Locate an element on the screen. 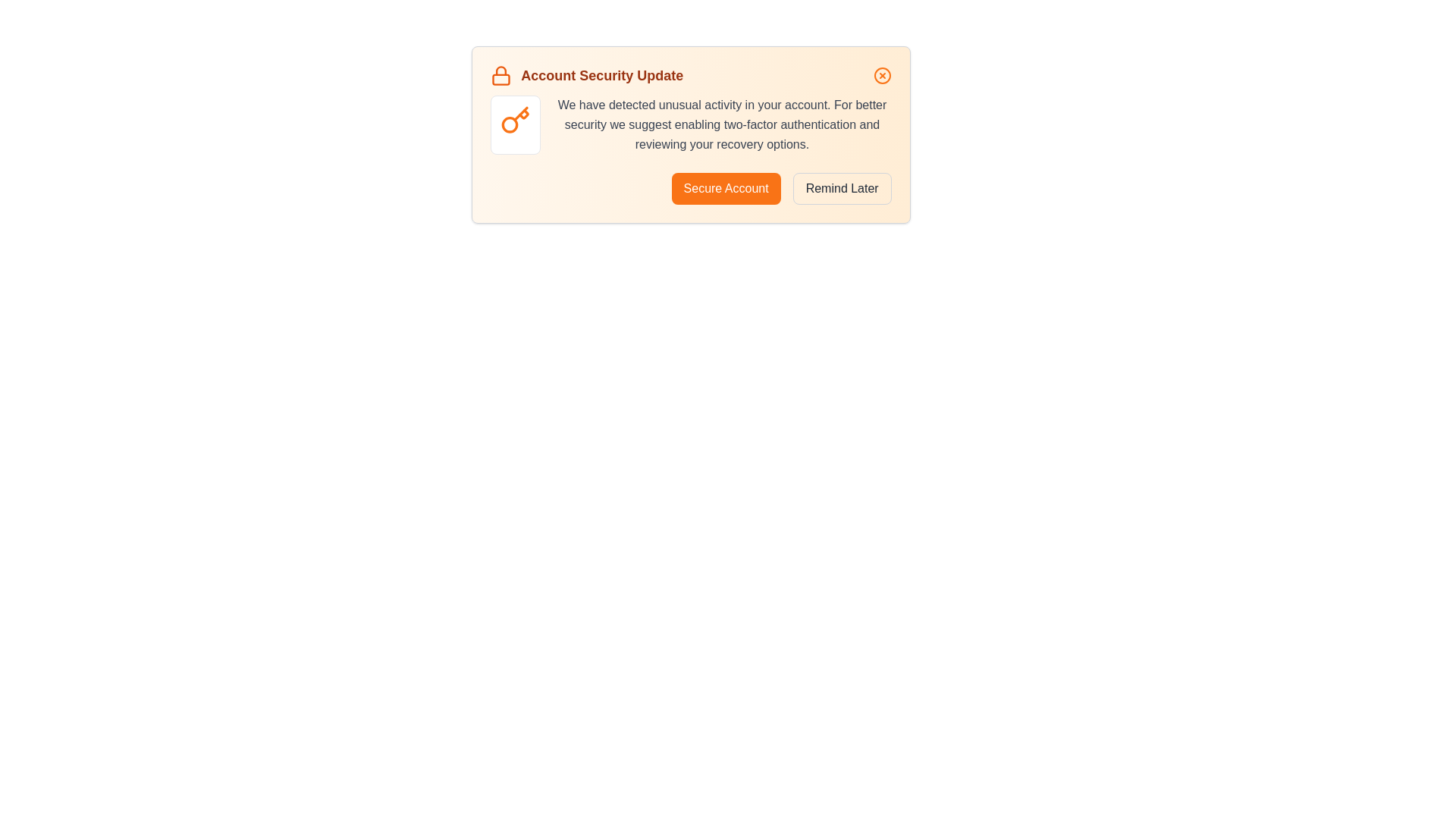 This screenshot has height=819, width=1456. the close button to close the alert is located at coordinates (882, 76).